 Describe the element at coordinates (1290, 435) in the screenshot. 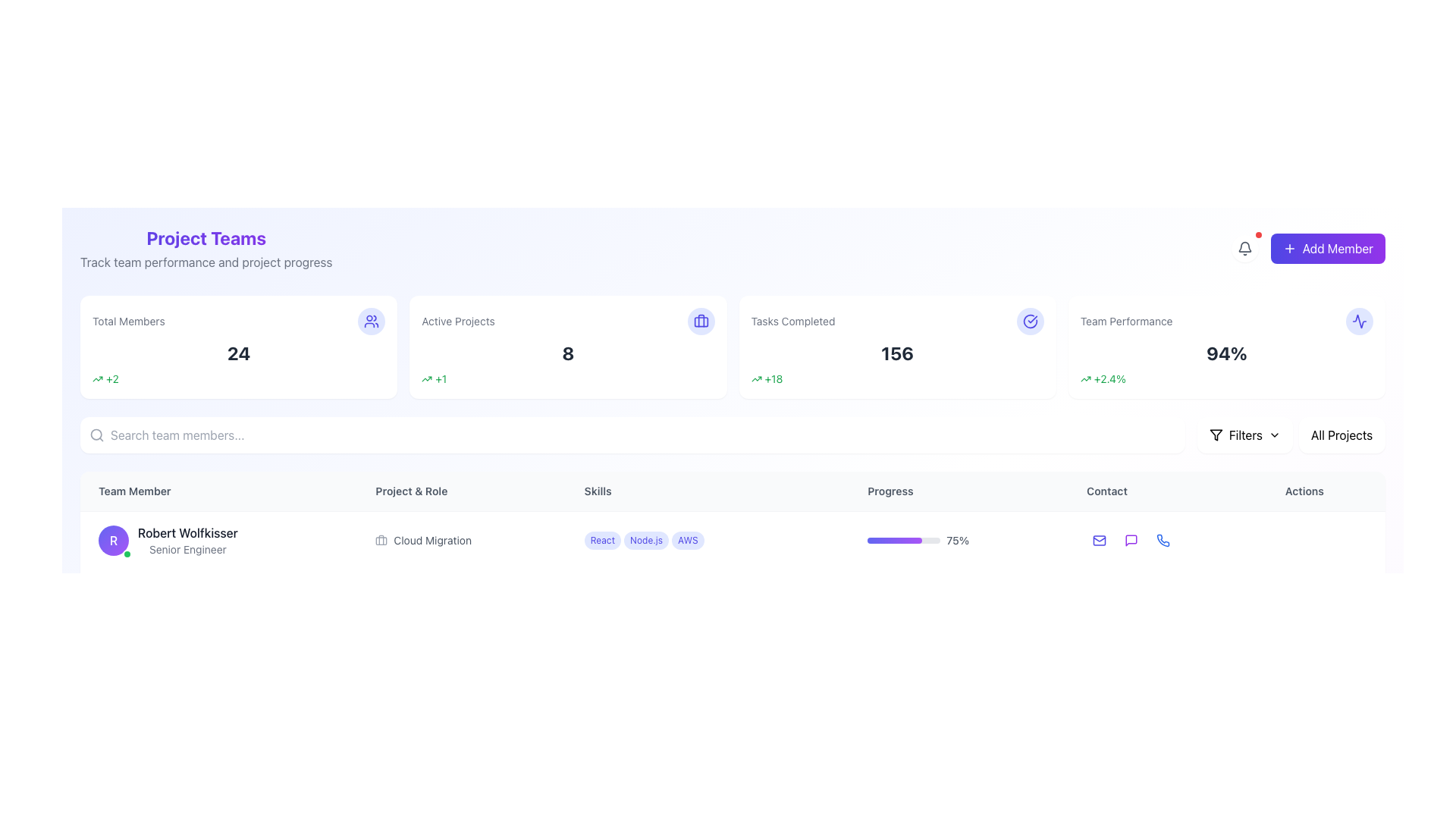

I see `the composite UI component that combines buttons, icons, and visual indicators for filtering and categorization` at that location.